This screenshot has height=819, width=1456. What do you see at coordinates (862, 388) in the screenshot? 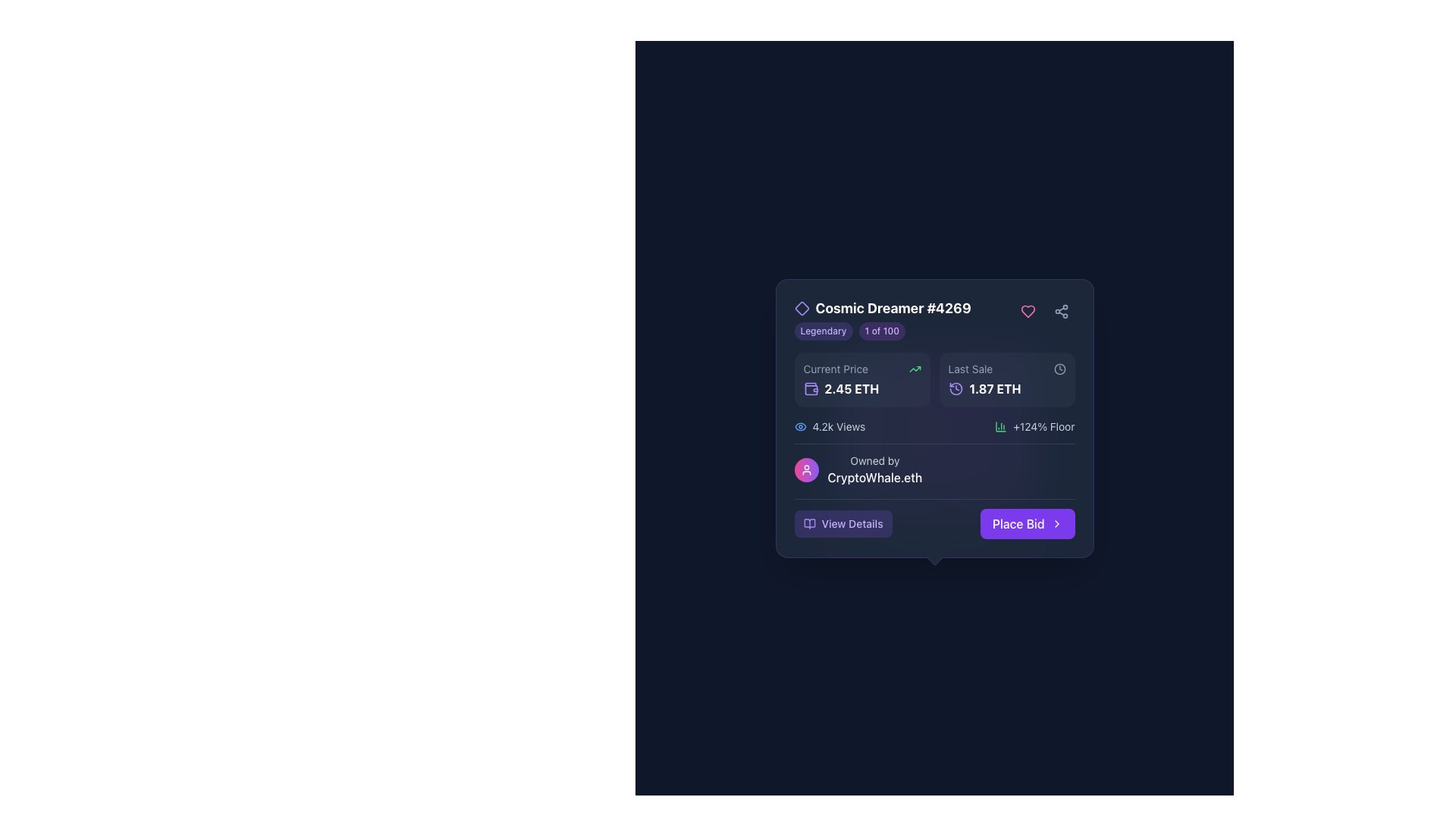
I see `the 'Current Price' text element displaying the current price value in 'ETH', located next to the green upward trend icon` at bounding box center [862, 388].